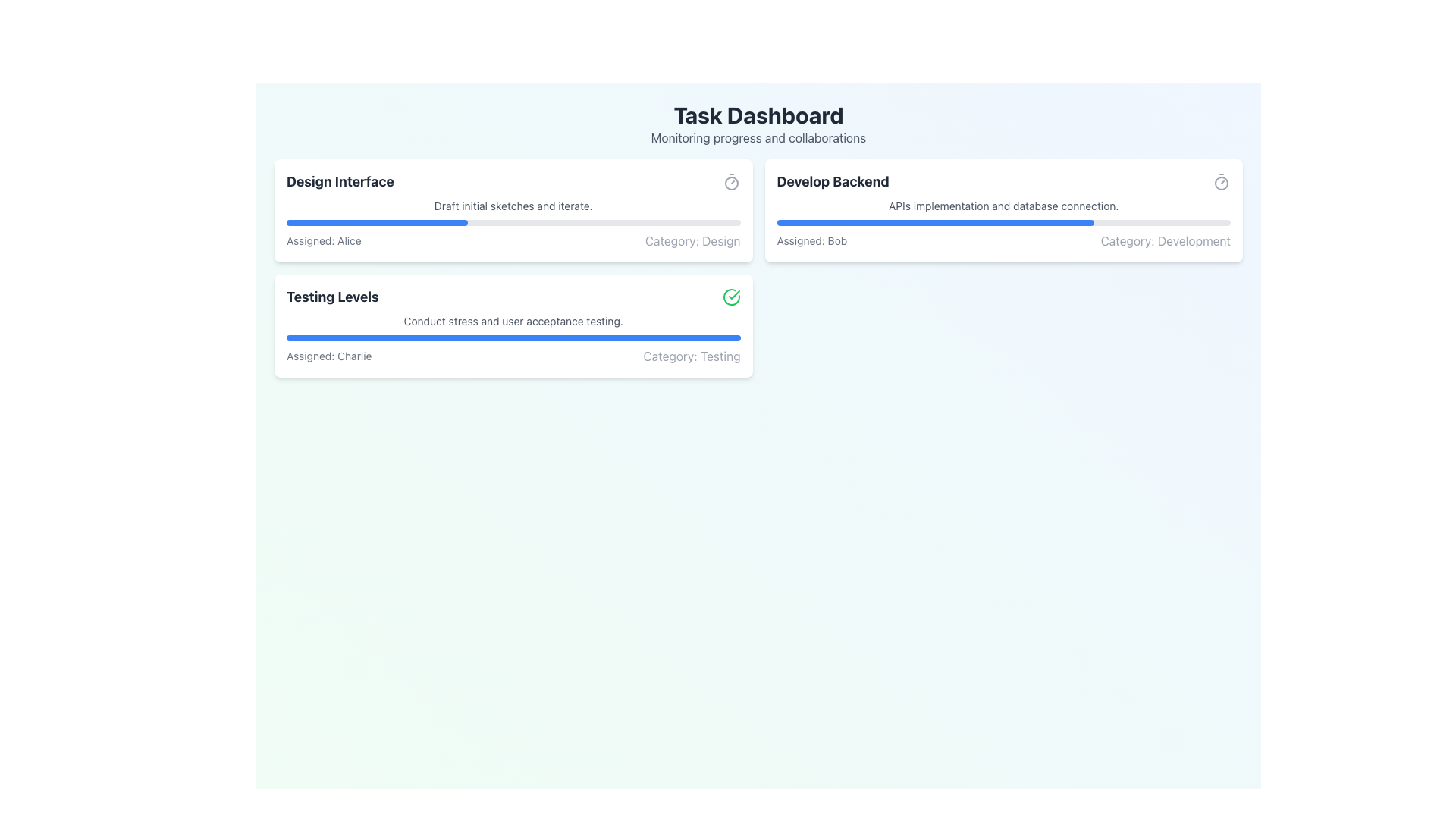  What do you see at coordinates (1003, 206) in the screenshot?
I see `the static text label that provides a summary of the task labeled 'Develop Backend', which is positioned below the title and above the progress bar` at bounding box center [1003, 206].